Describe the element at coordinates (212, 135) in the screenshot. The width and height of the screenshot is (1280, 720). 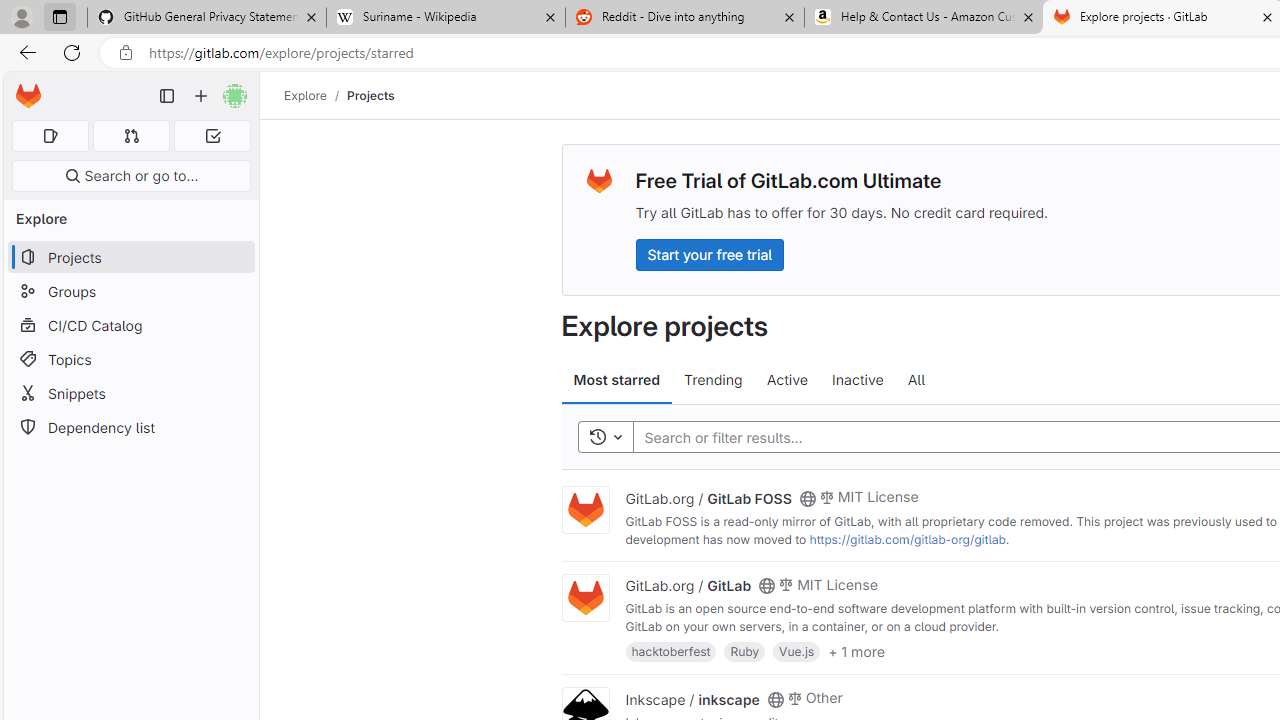
I see `'To-Do list 0'` at that location.